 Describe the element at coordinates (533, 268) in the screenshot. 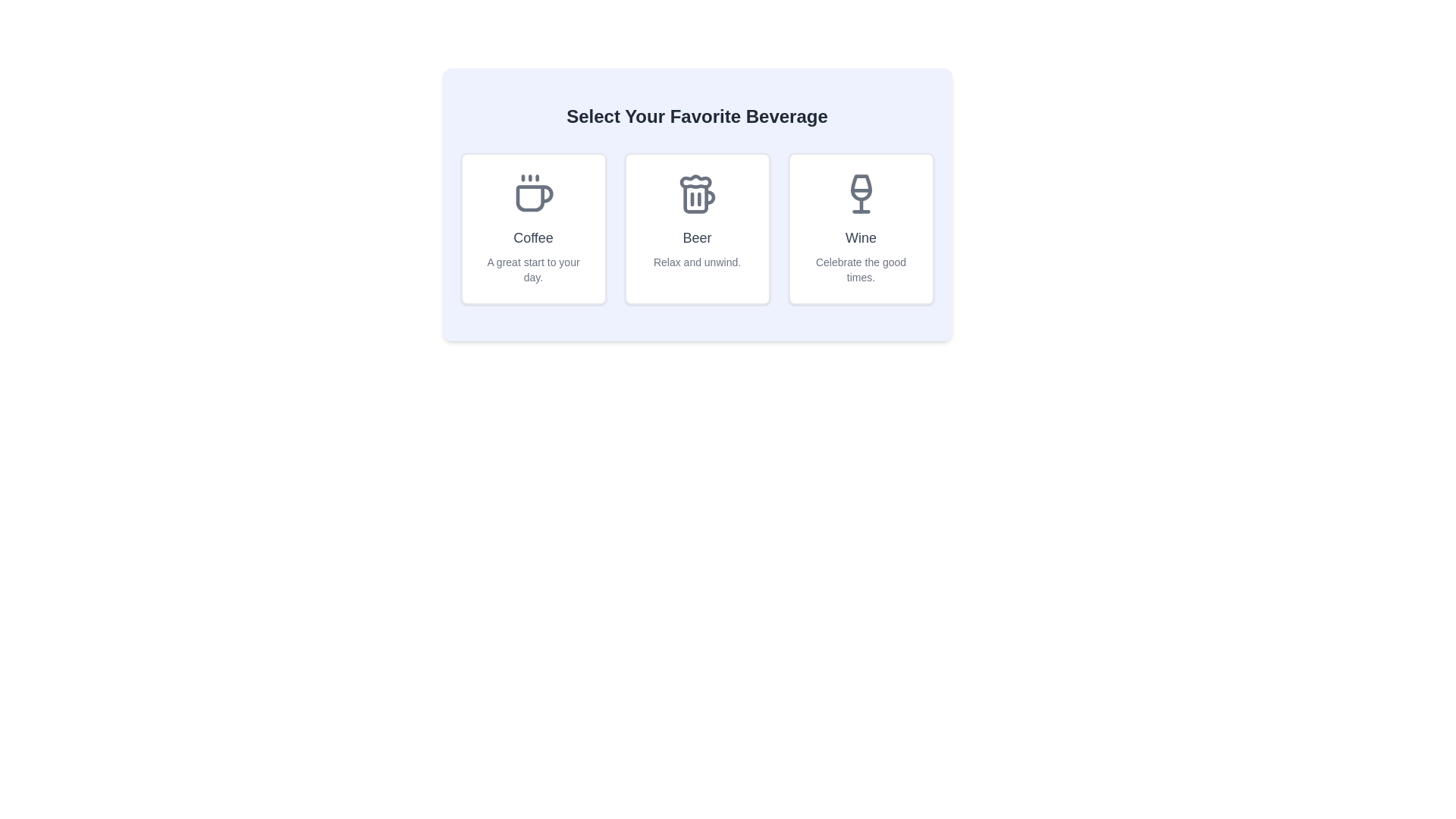

I see `the Text Label that displays a supporting description or tagline related to the 'Coffee' selection, which is positioned directly below the 'Coffee' text` at that location.